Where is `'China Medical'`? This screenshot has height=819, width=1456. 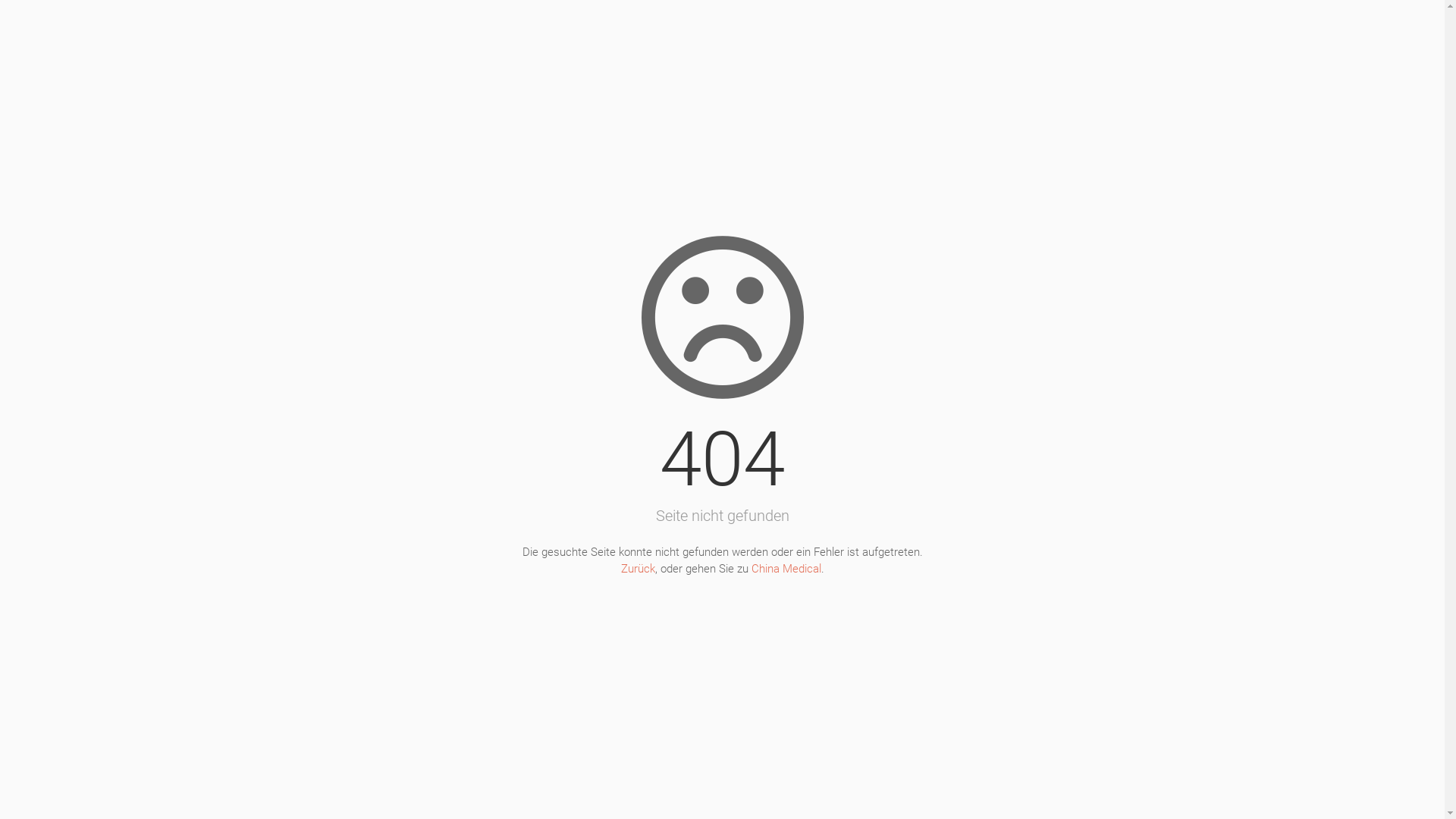
'China Medical' is located at coordinates (786, 568).